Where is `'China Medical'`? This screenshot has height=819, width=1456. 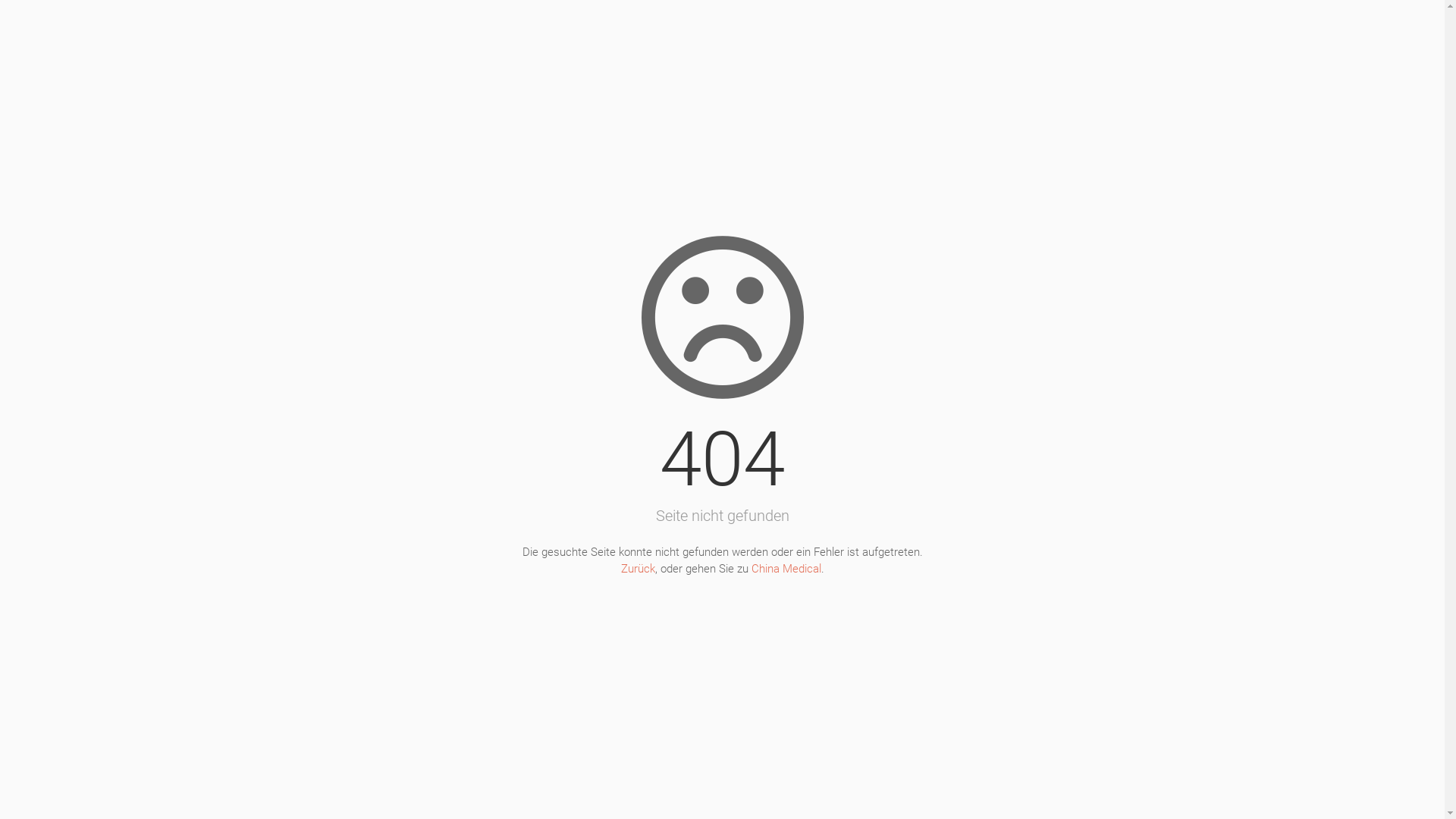
'China Medical' is located at coordinates (786, 568).